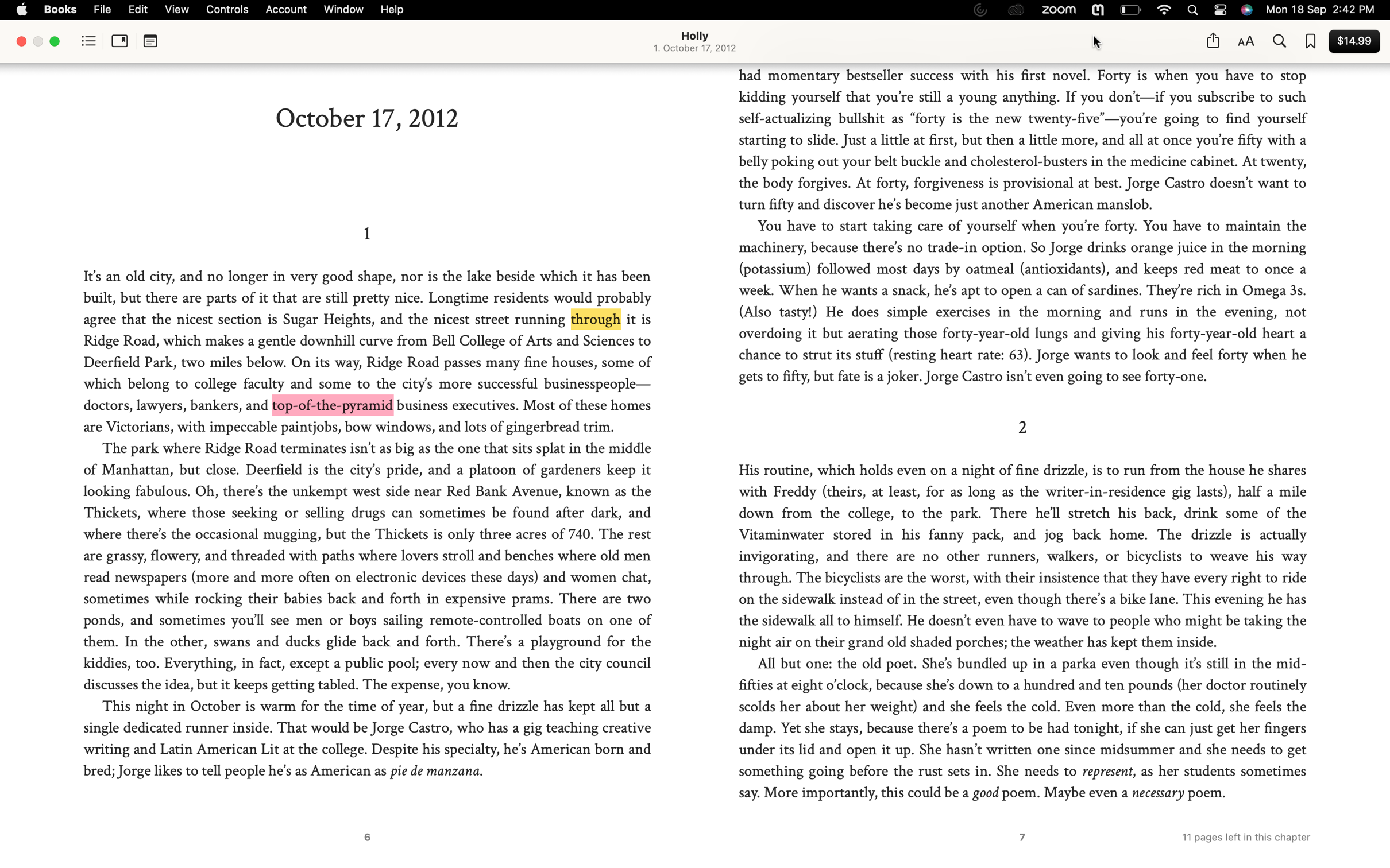  What do you see at coordinates (1278, 42) in the screenshot?
I see `Search for "handsome" in the book` at bounding box center [1278, 42].